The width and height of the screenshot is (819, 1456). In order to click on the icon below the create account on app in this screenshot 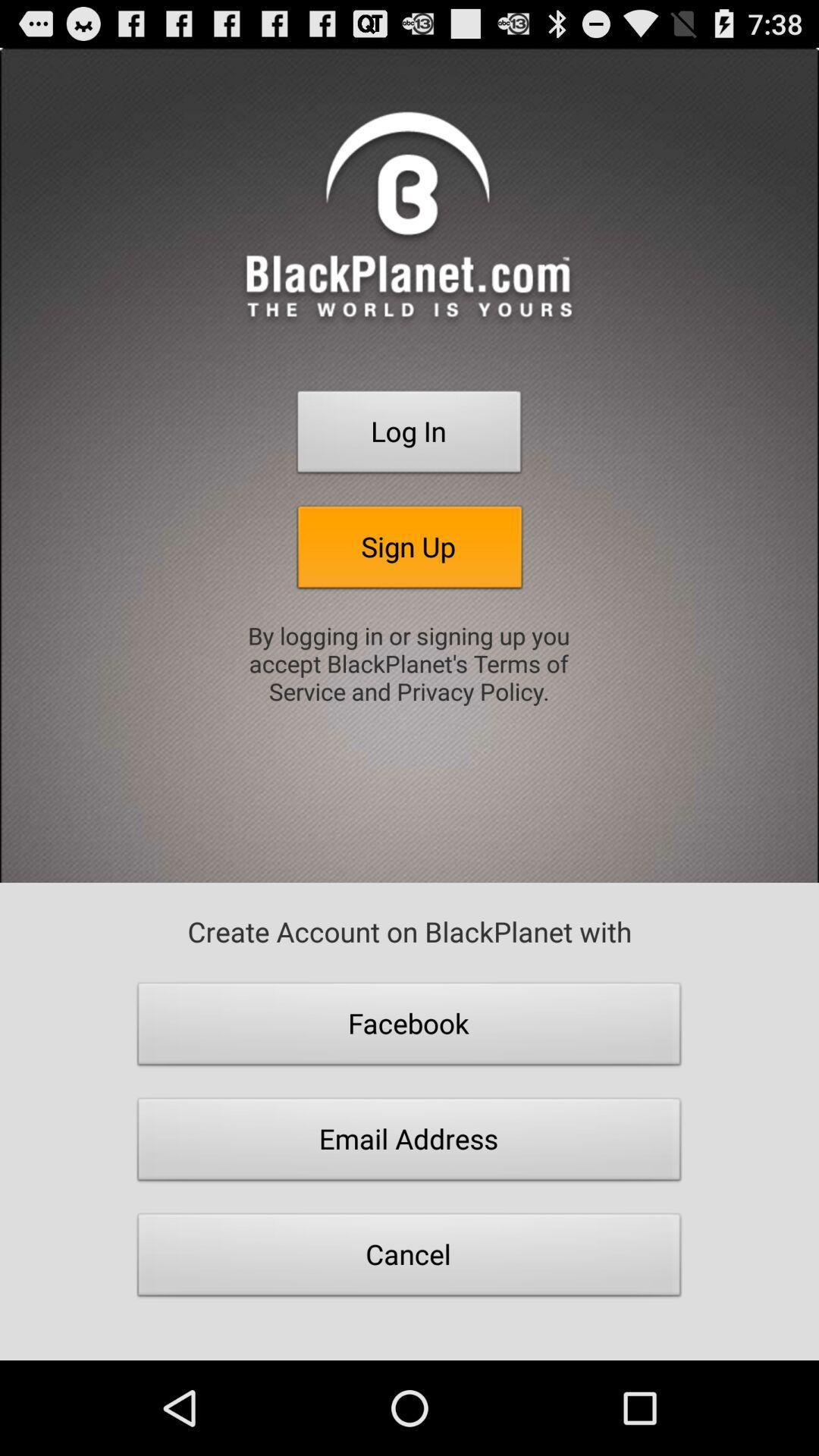, I will do `click(409, 1028)`.